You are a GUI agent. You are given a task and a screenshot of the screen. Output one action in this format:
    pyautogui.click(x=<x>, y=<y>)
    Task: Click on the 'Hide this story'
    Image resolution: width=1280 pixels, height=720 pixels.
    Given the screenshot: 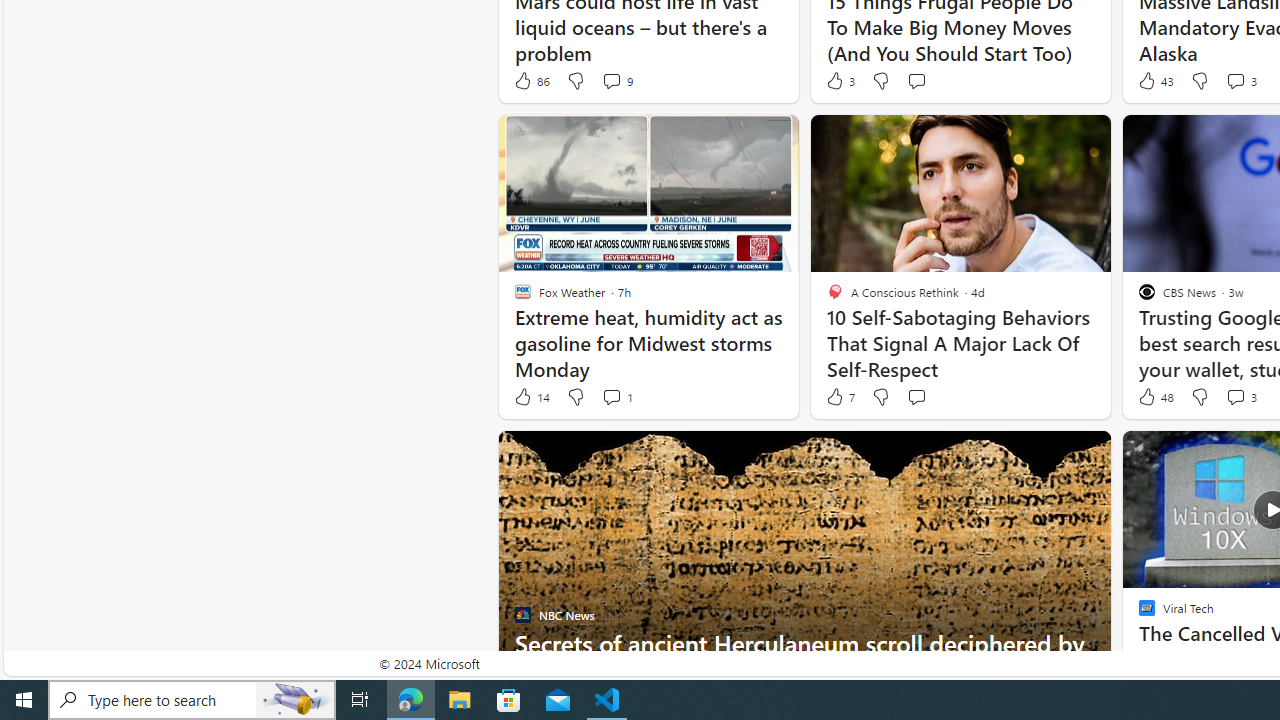 What is the action you would take?
    pyautogui.click(x=1049, y=455)
    